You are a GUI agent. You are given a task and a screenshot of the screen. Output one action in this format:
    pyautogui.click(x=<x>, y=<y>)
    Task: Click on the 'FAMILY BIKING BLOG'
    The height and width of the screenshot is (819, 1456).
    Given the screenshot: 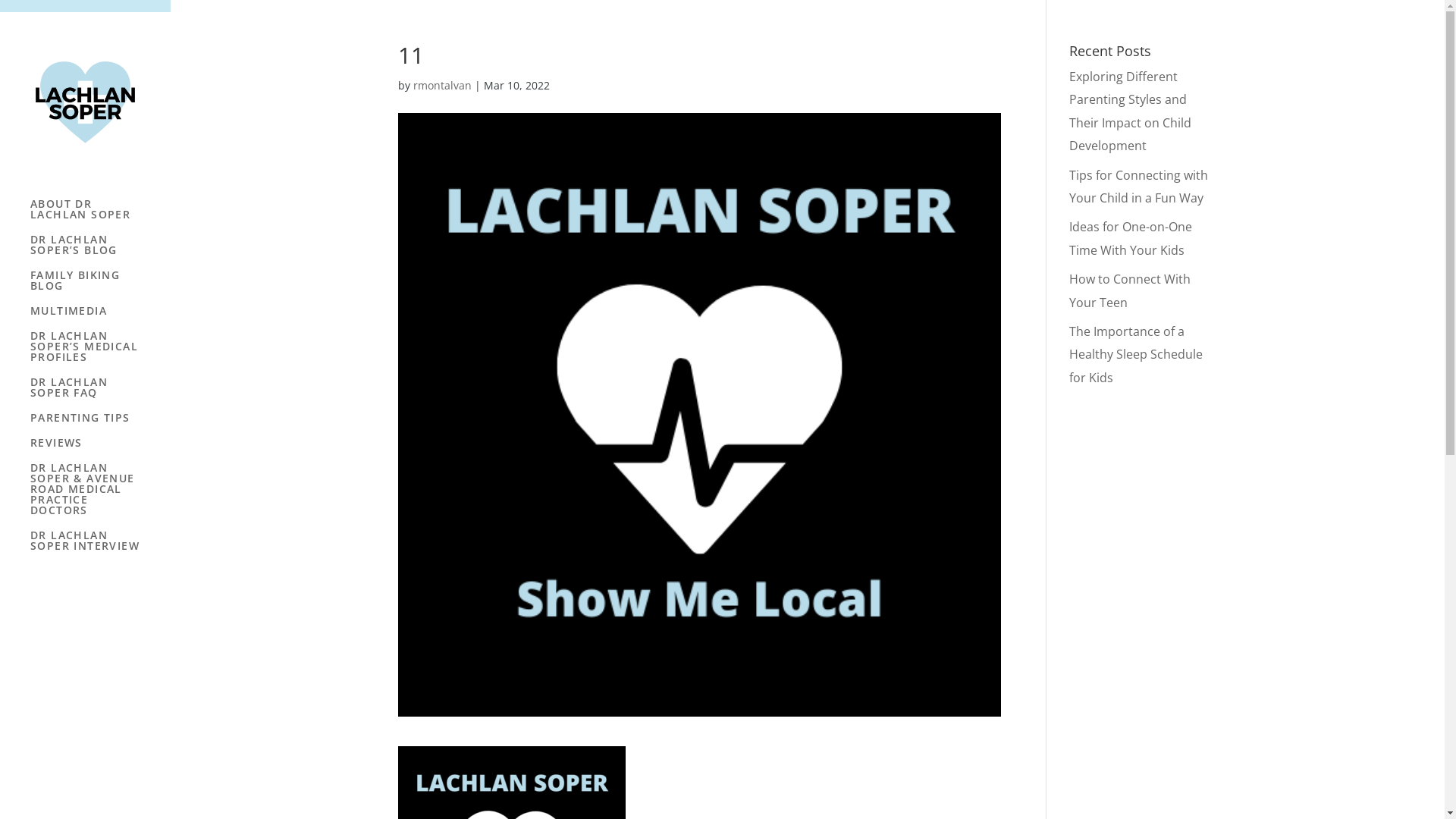 What is the action you would take?
    pyautogui.click(x=99, y=287)
    